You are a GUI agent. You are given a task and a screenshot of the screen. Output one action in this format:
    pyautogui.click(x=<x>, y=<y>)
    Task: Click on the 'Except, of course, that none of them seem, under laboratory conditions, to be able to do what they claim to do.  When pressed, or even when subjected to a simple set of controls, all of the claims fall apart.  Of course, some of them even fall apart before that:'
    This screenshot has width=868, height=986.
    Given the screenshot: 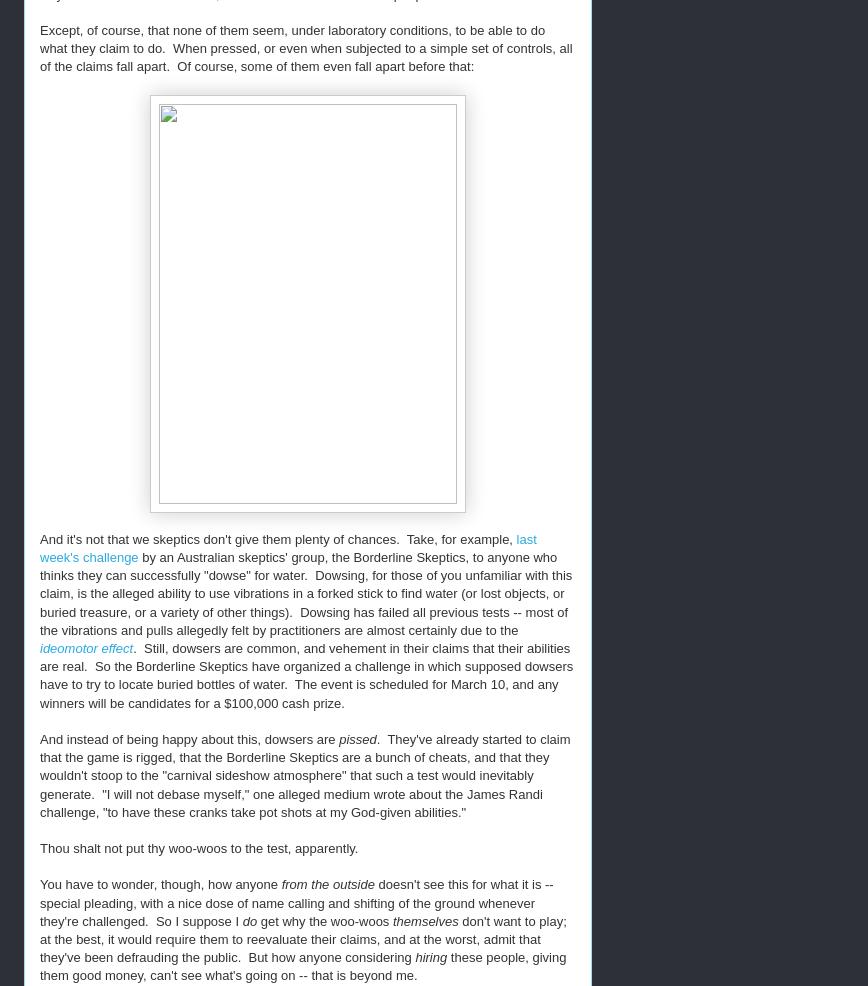 What is the action you would take?
    pyautogui.click(x=305, y=47)
    